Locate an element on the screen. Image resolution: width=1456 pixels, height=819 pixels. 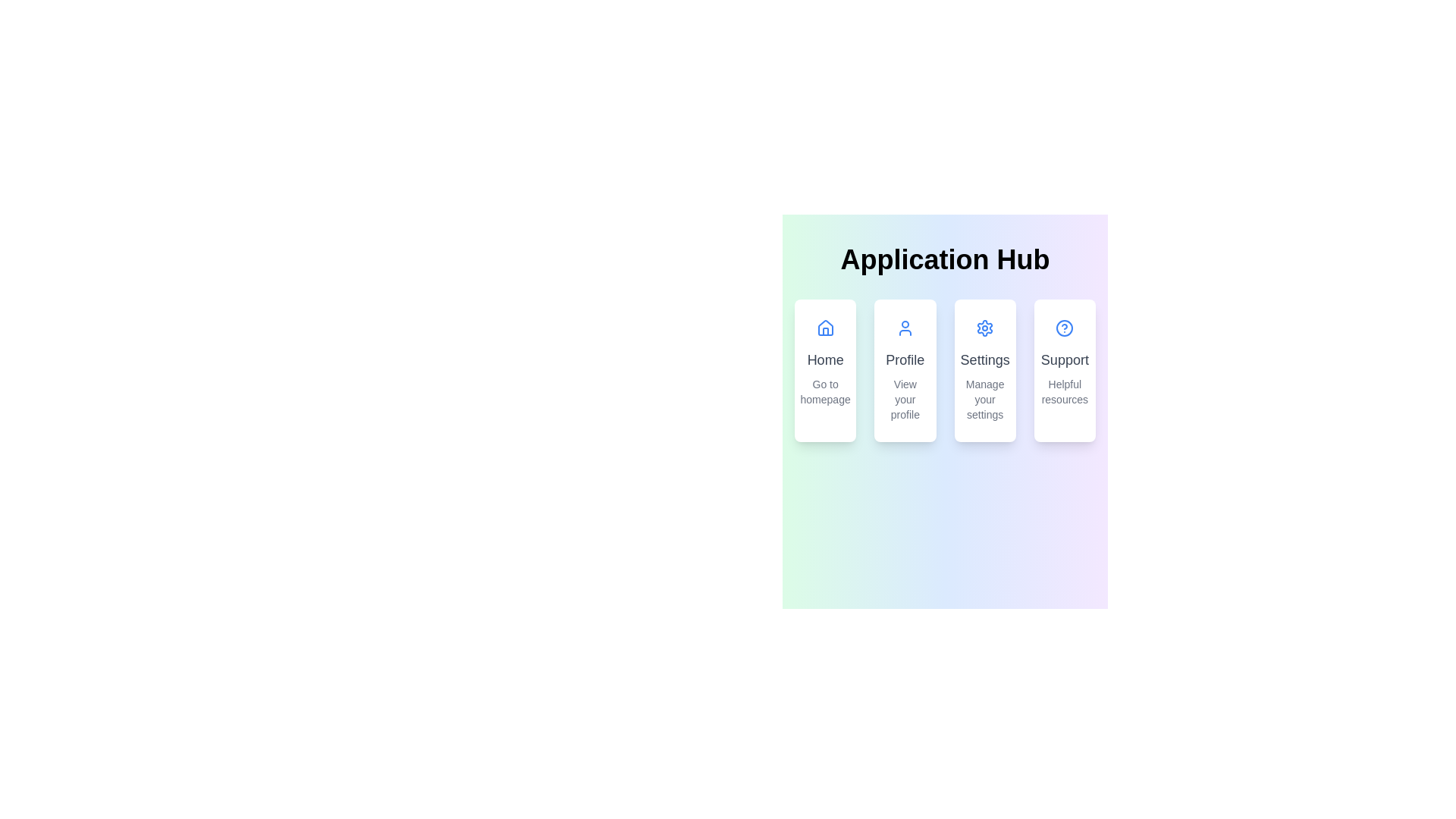
the text label that serves as a title for the homepage link, positioned between the icon and the descriptive text labeled 'Go to homepage' in the first card is located at coordinates (824, 359).